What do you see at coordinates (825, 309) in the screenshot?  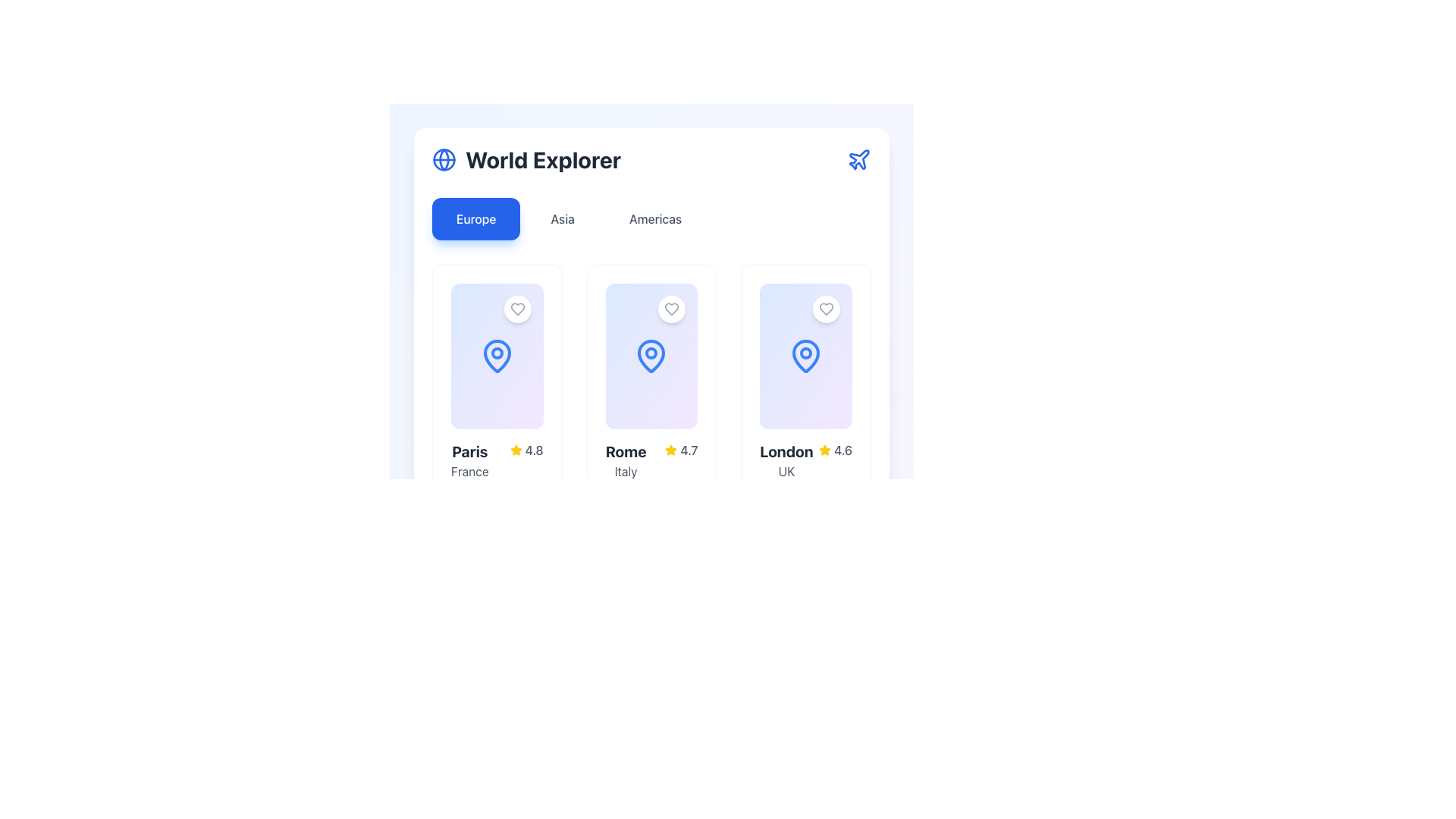 I see `the heart-shaped icon located at the top-right corner of the third card representing 'London'` at bounding box center [825, 309].